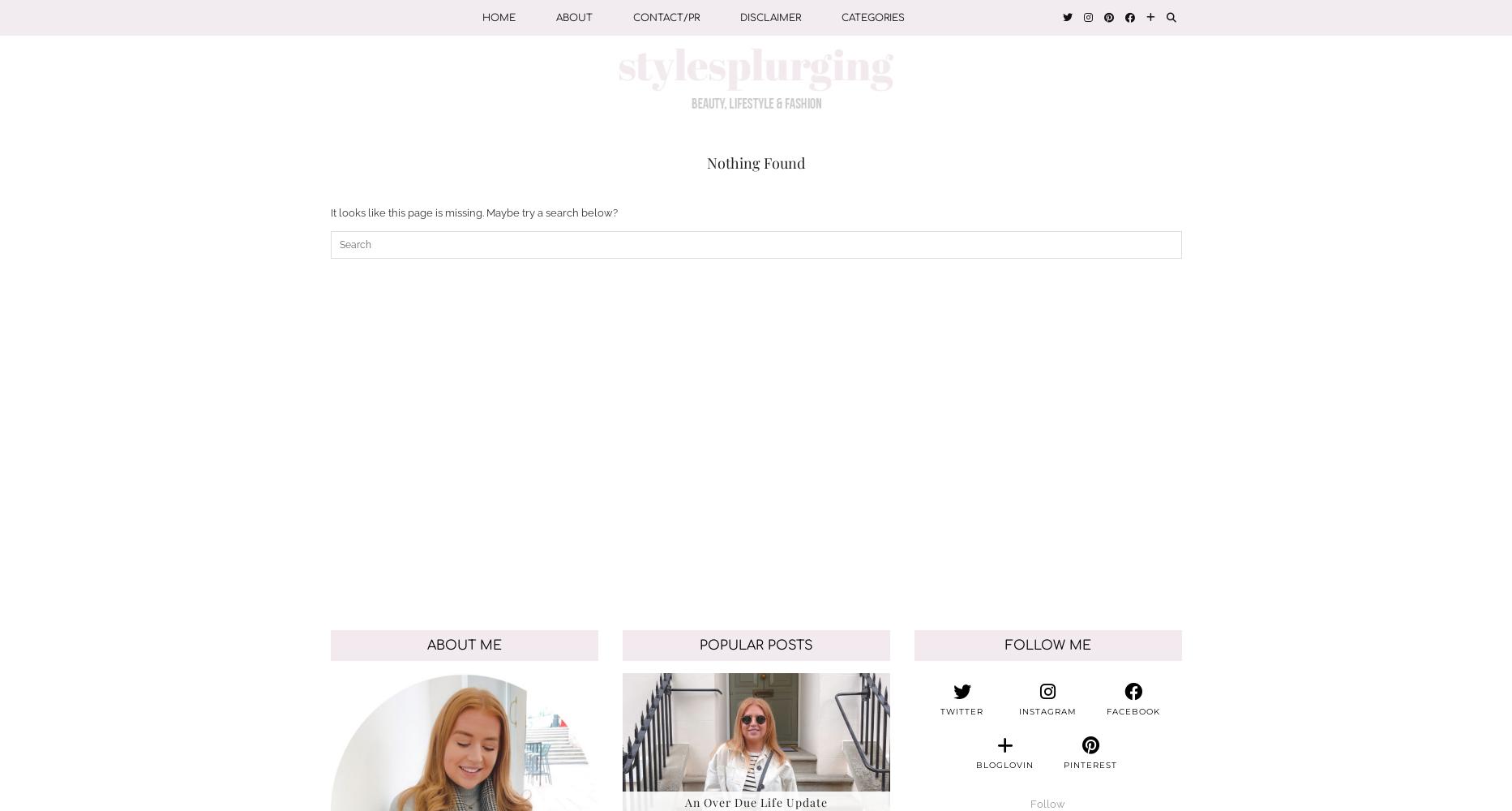  Describe the element at coordinates (481, 18) in the screenshot. I see `'Home'` at that location.